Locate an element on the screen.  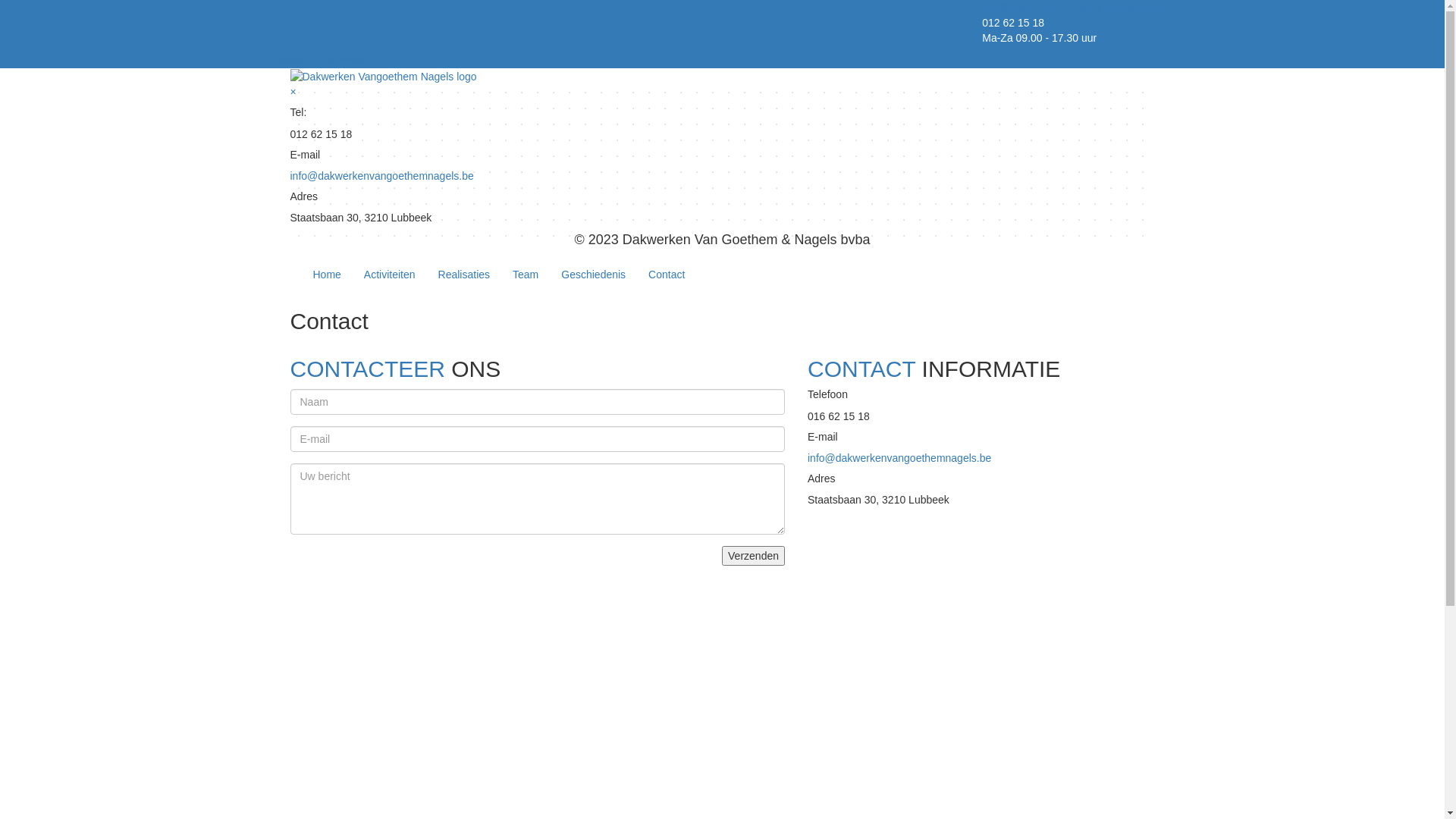
'Contact' is located at coordinates (666, 275).